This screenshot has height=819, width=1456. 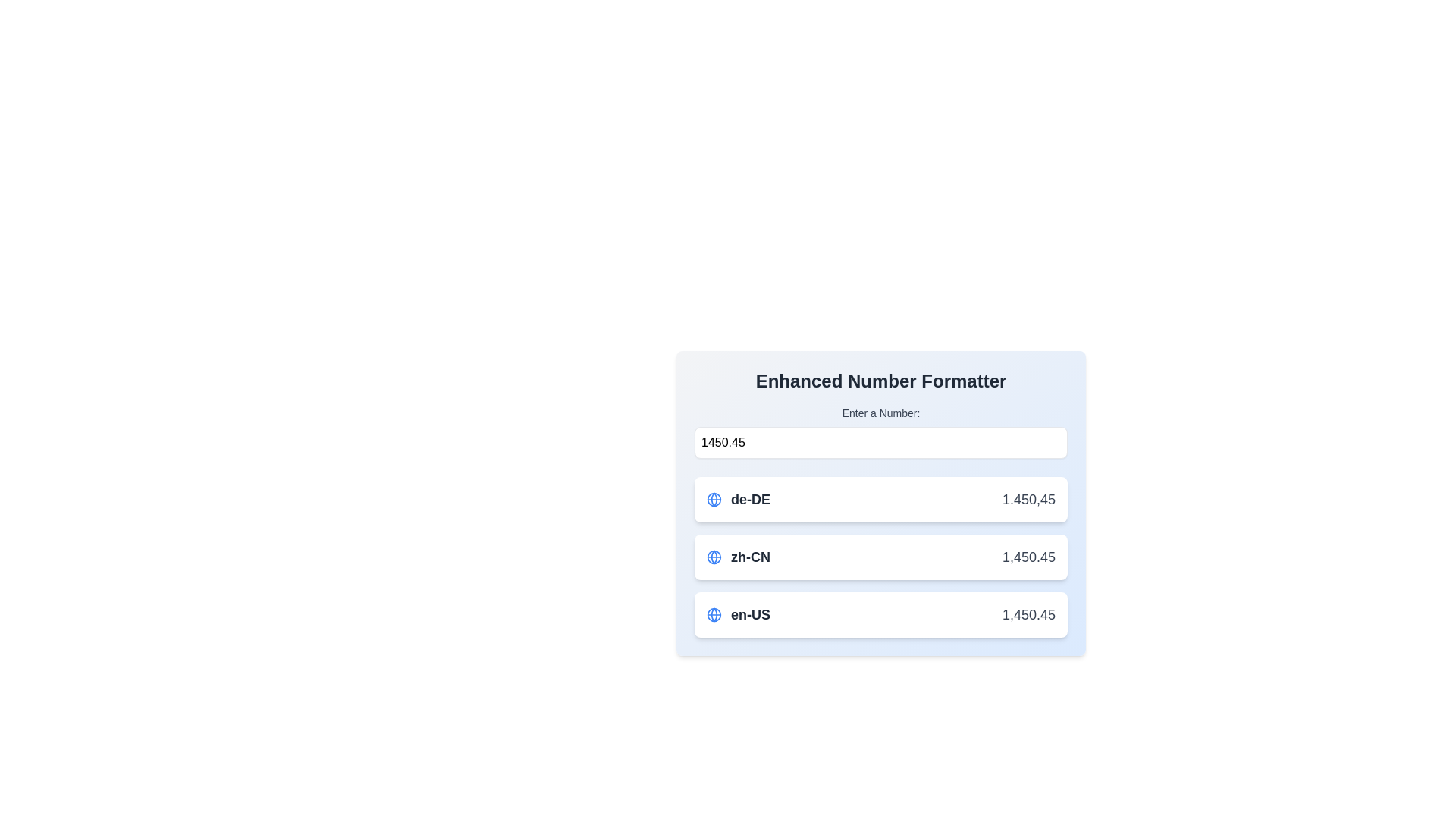 What do you see at coordinates (739, 614) in the screenshot?
I see `to select or activate the 'en-US' locale option, represented by a globe icon and the text 'en-US' in a bold, dark gray font, located within a vertical list of locale options` at bounding box center [739, 614].